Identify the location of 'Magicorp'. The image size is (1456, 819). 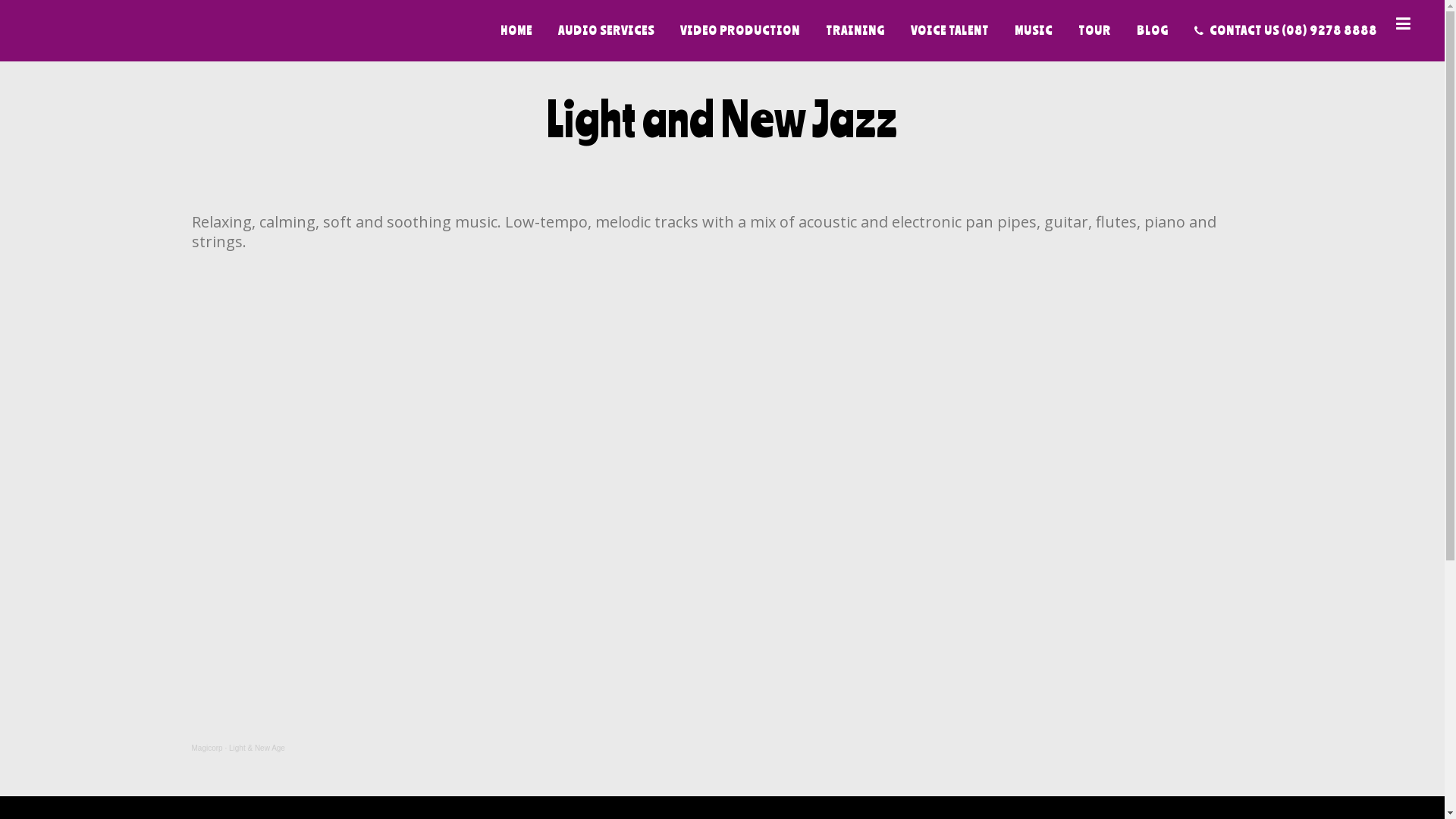
(206, 747).